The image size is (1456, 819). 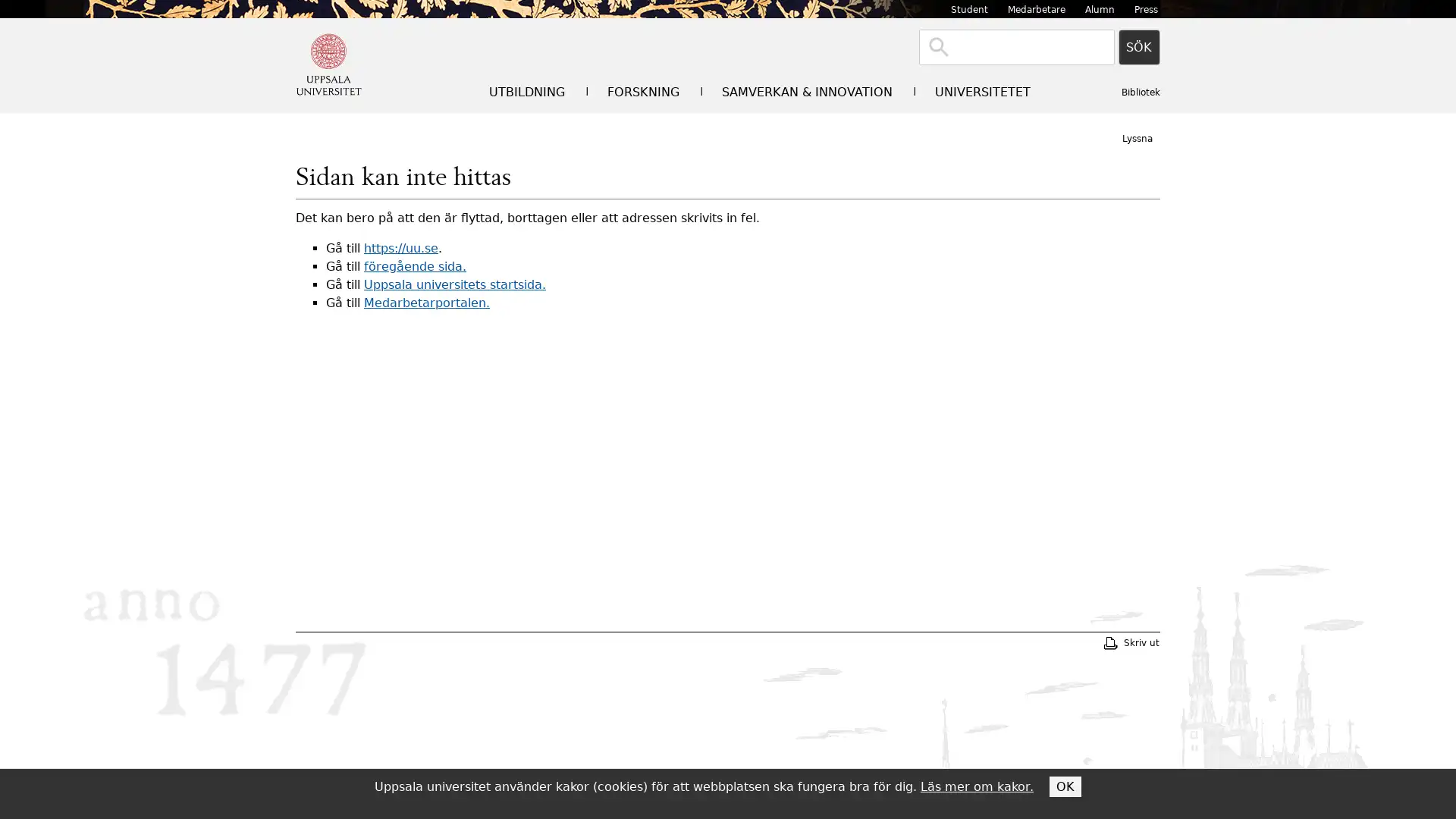 What do you see at coordinates (1139, 46) in the screenshot?
I see `Sok` at bounding box center [1139, 46].